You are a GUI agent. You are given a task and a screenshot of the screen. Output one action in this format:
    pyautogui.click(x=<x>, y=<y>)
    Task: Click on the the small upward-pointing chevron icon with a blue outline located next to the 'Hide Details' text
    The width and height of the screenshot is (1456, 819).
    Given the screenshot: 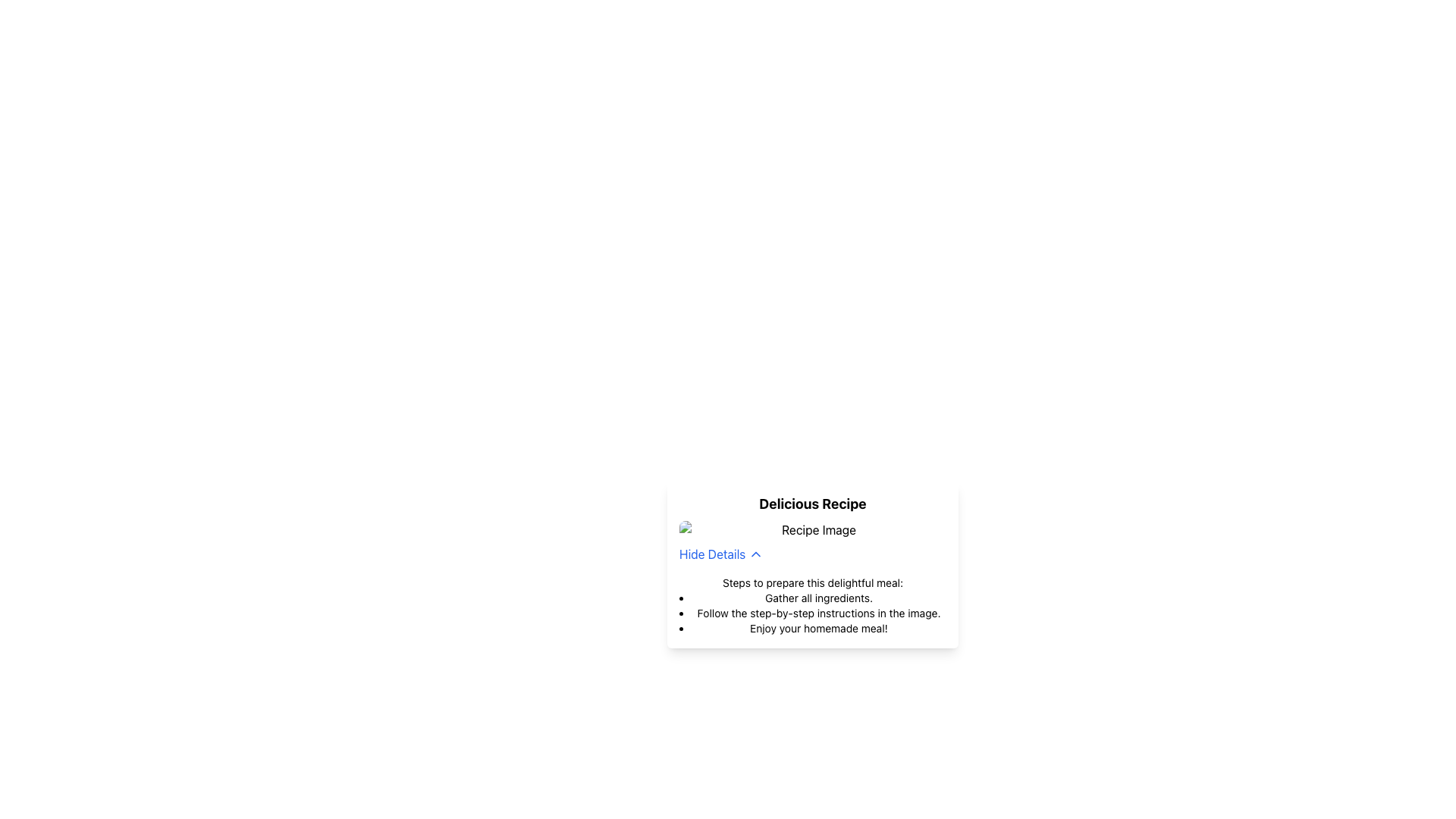 What is the action you would take?
    pyautogui.click(x=756, y=554)
    